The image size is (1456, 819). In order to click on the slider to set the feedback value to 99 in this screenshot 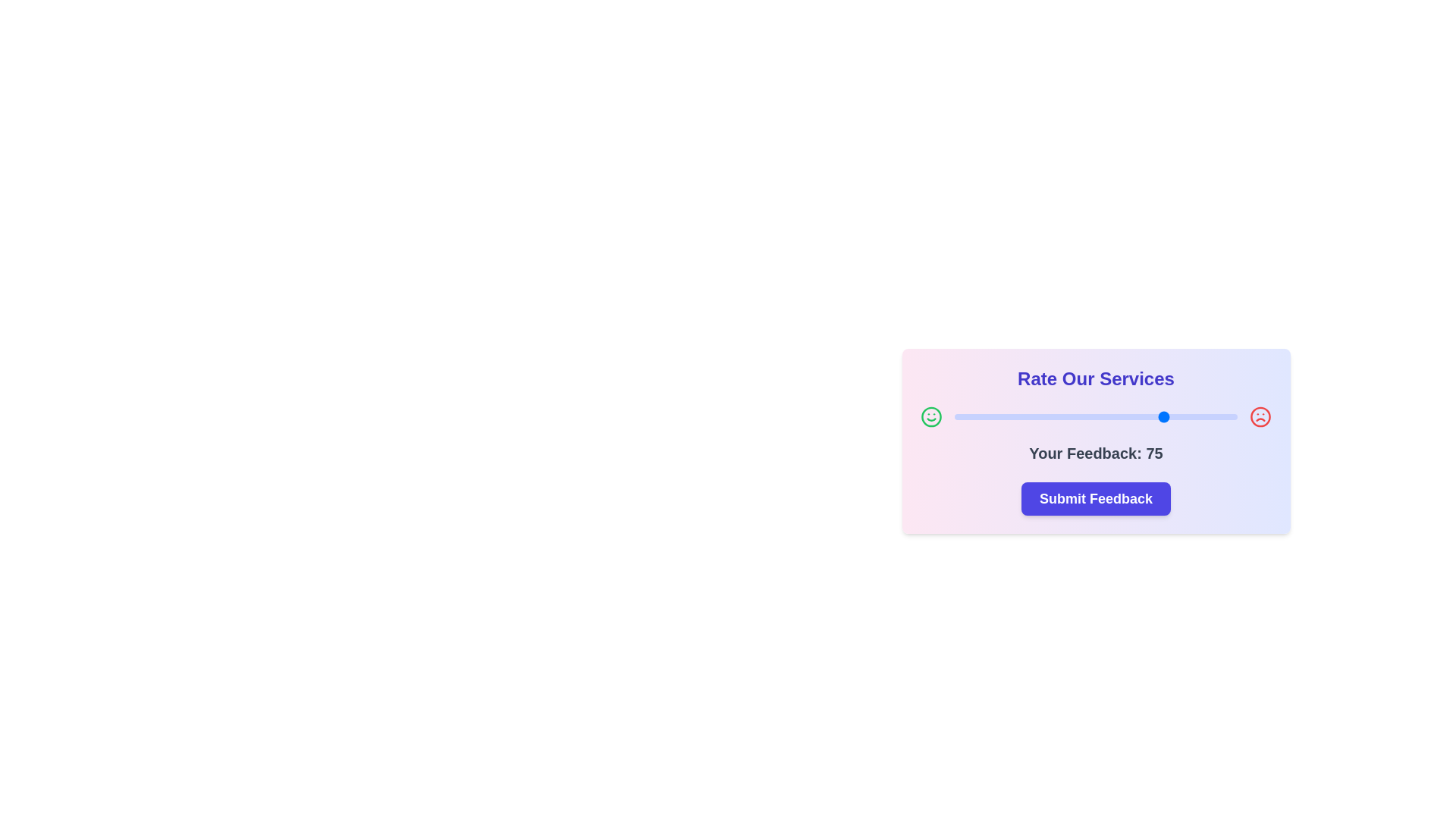, I will do `click(1235, 417)`.